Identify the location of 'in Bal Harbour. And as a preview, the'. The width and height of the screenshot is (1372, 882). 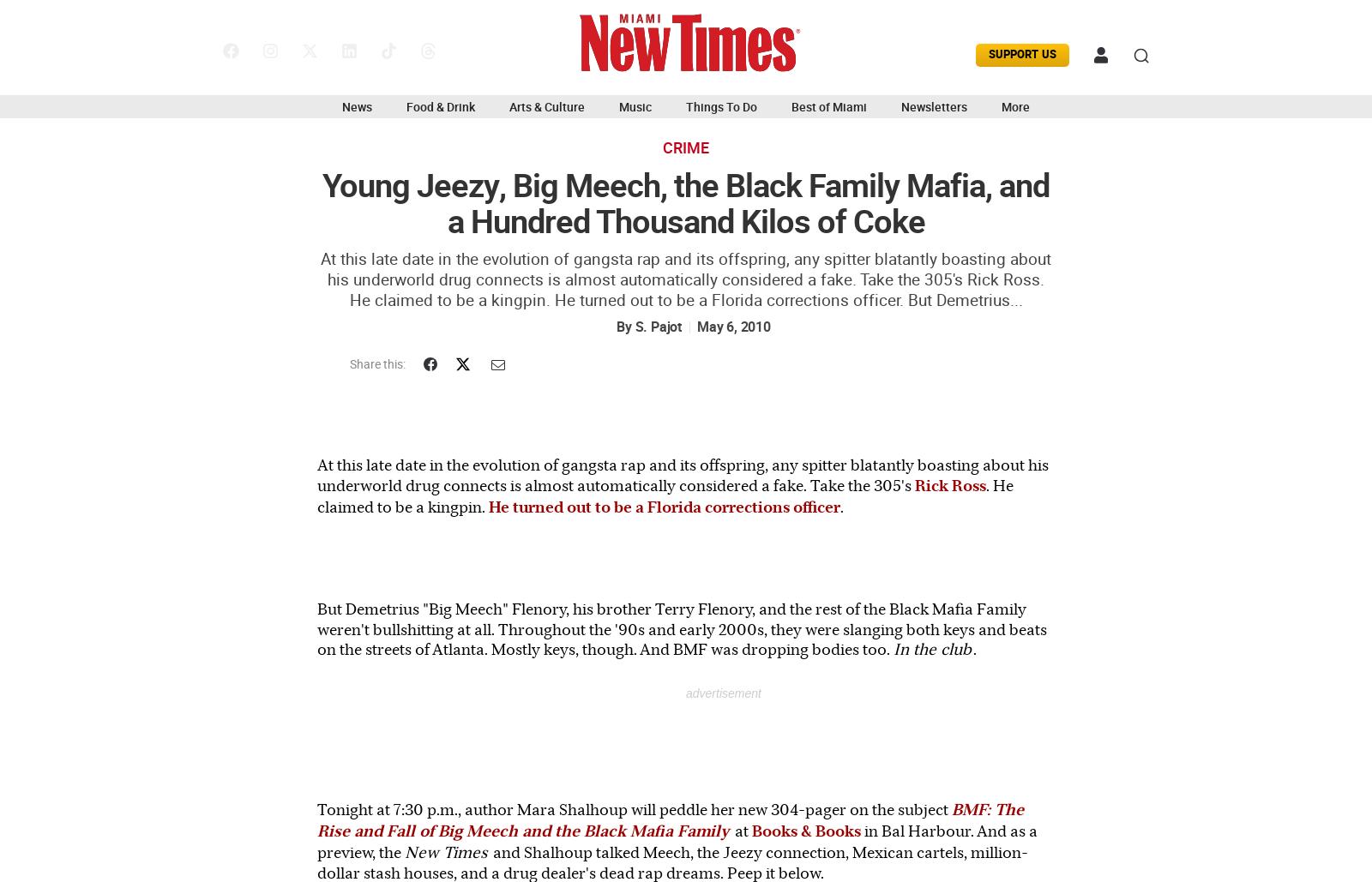
(677, 840).